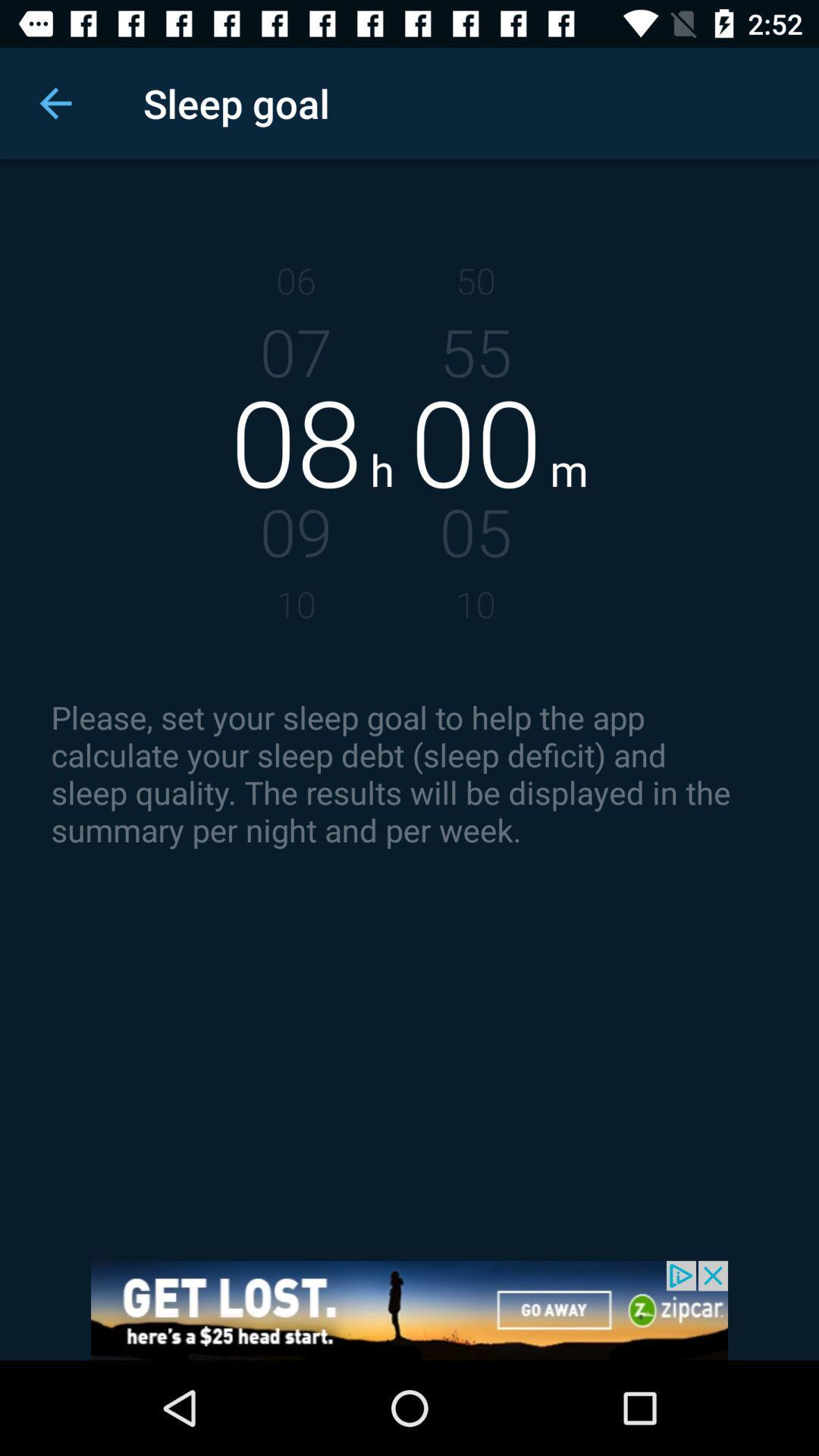 This screenshot has height=1456, width=819. I want to click on advertisement, so click(409, 1310).